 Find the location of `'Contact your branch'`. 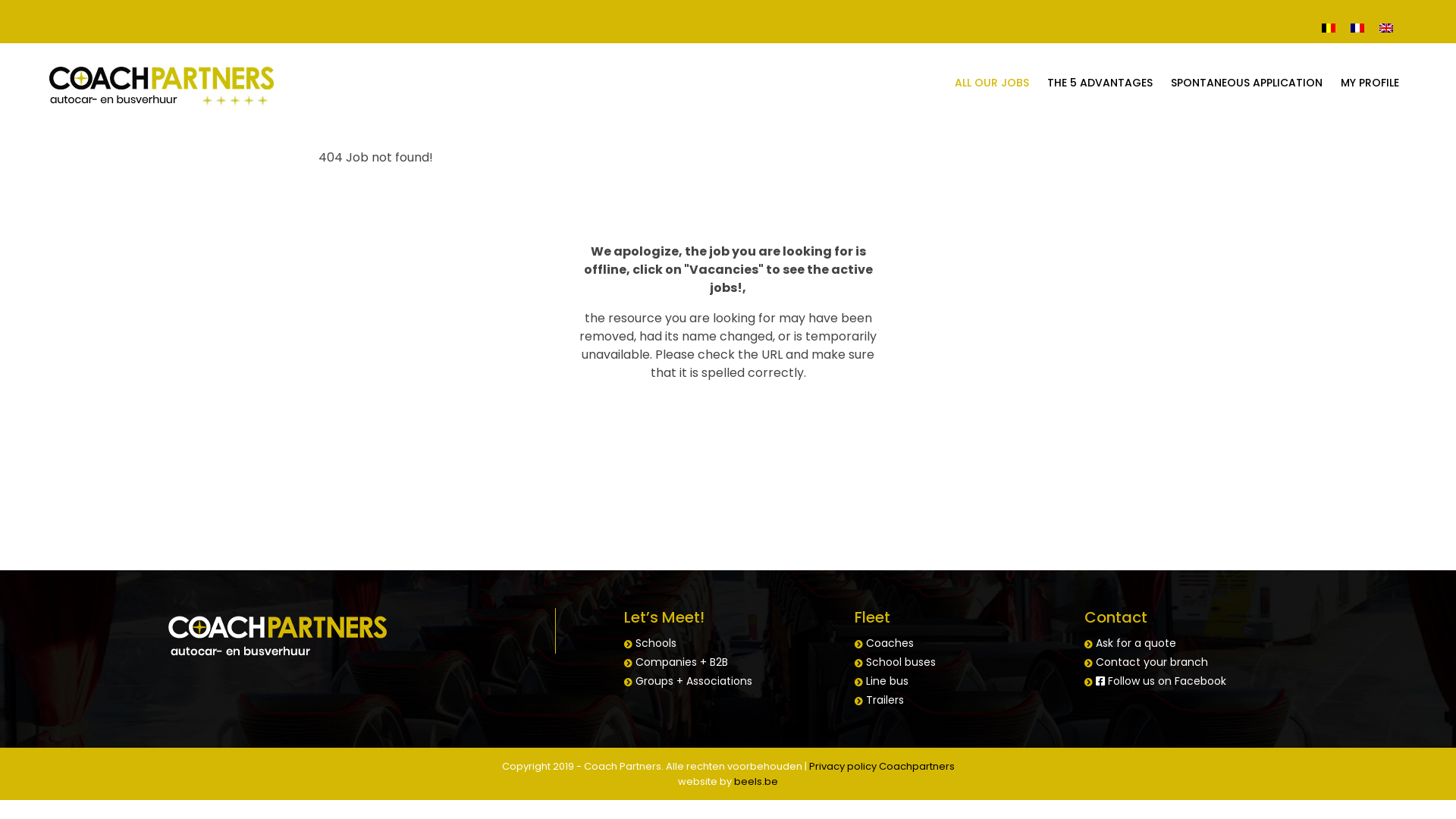

'Contact your branch' is located at coordinates (1151, 661).